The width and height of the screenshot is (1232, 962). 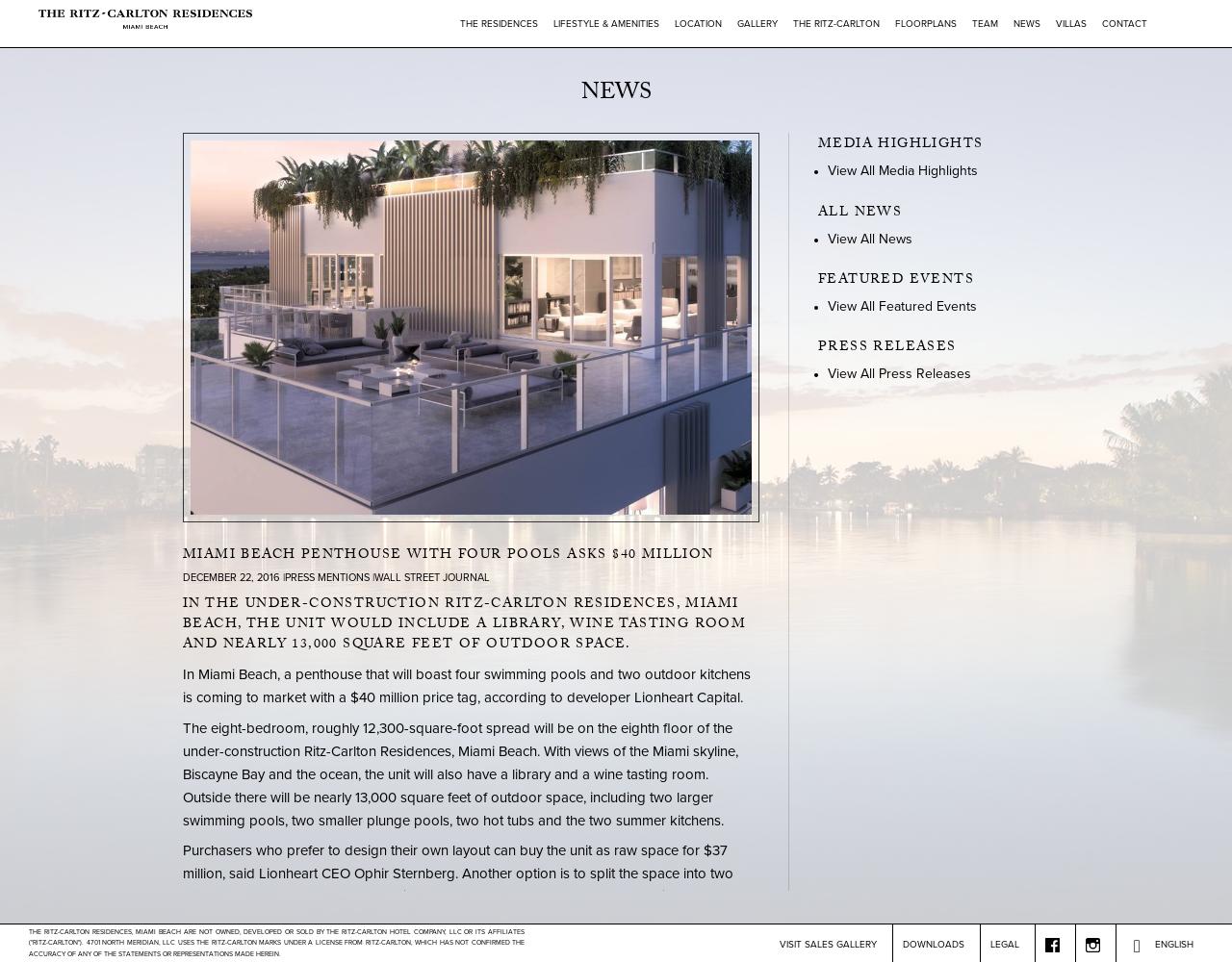 What do you see at coordinates (835, 24) in the screenshot?
I see `'The Ritz-Carlton'` at bounding box center [835, 24].